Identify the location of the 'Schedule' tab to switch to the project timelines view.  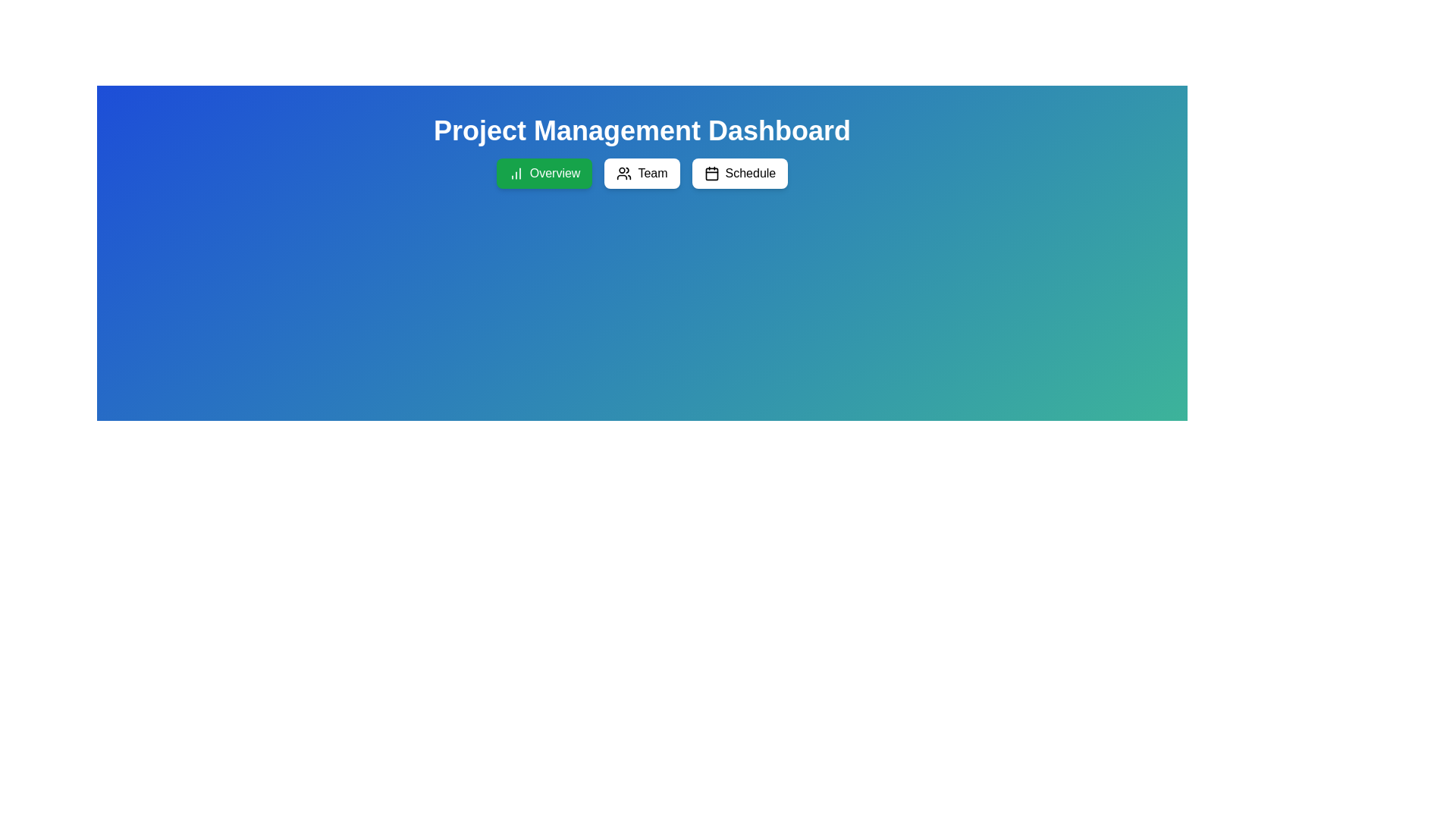
(739, 172).